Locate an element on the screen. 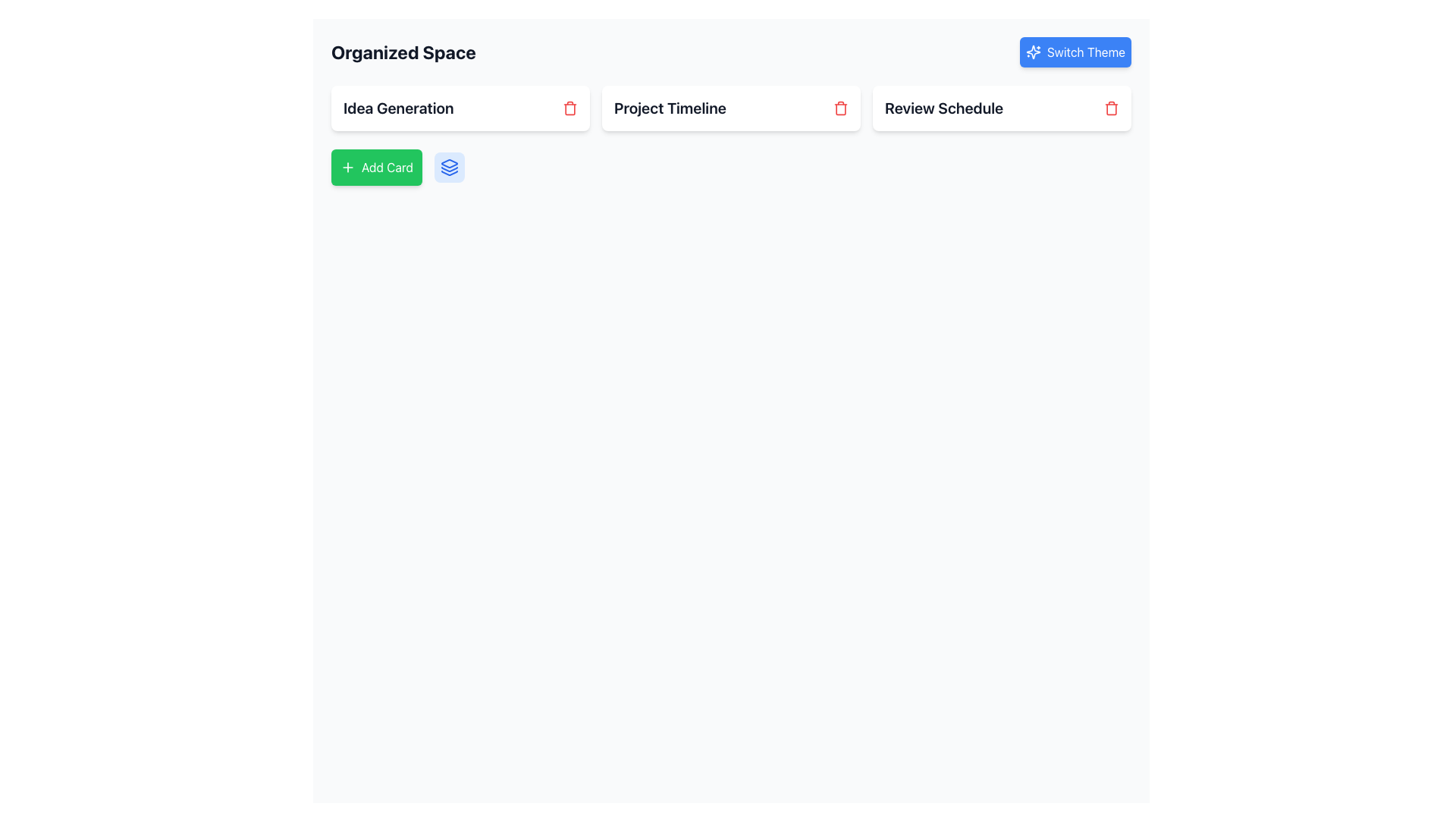 The height and width of the screenshot is (819, 1456). the layered blue icon representing layers, positioned to the right of the green 'Add Card' button in the 'Organized Space' section is located at coordinates (448, 167).